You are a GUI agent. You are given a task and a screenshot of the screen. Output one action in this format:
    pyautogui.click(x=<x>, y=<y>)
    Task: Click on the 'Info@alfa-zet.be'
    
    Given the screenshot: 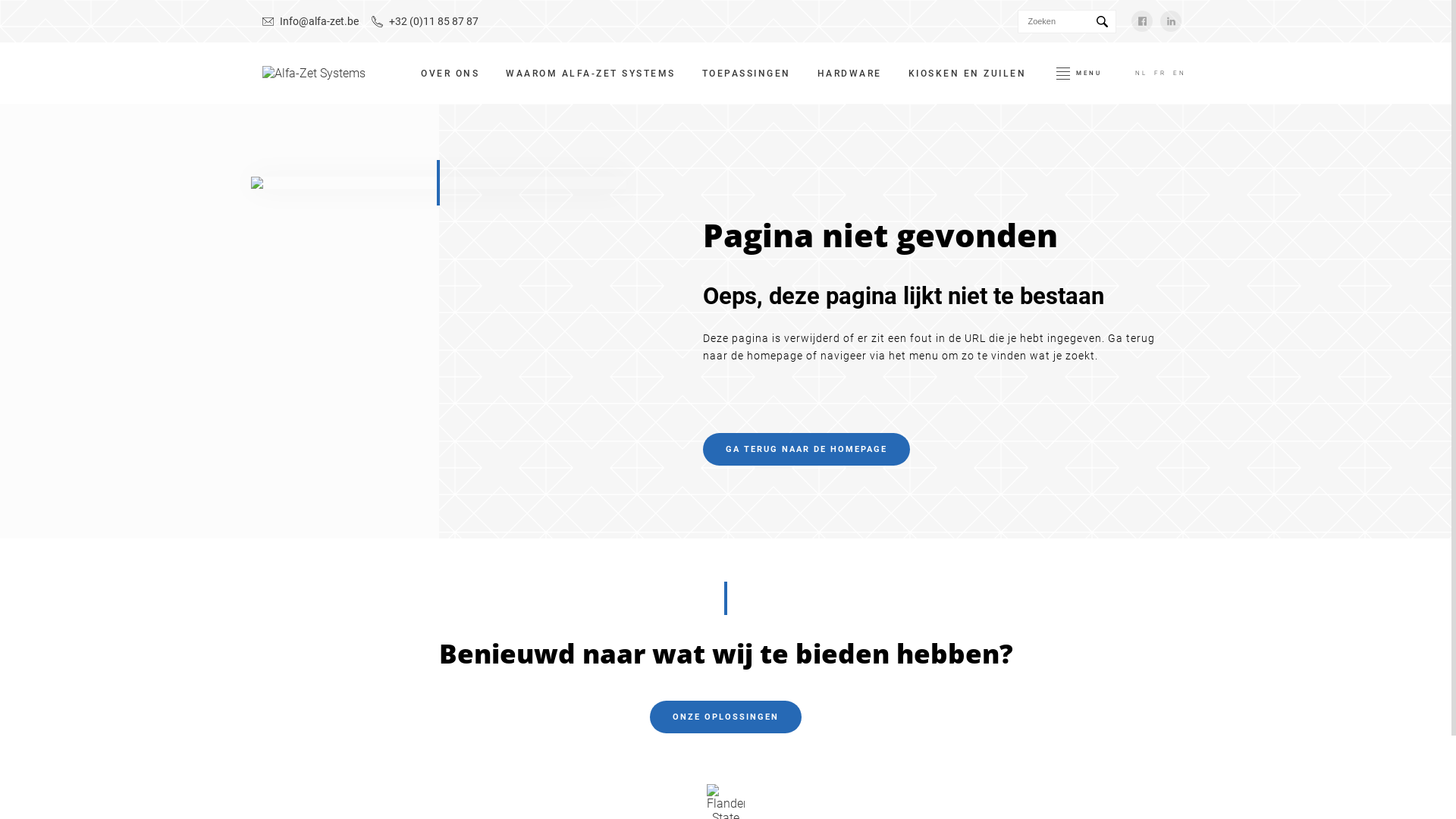 What is the action you would take?
    pyautogui.click(x=309, y=20)
    